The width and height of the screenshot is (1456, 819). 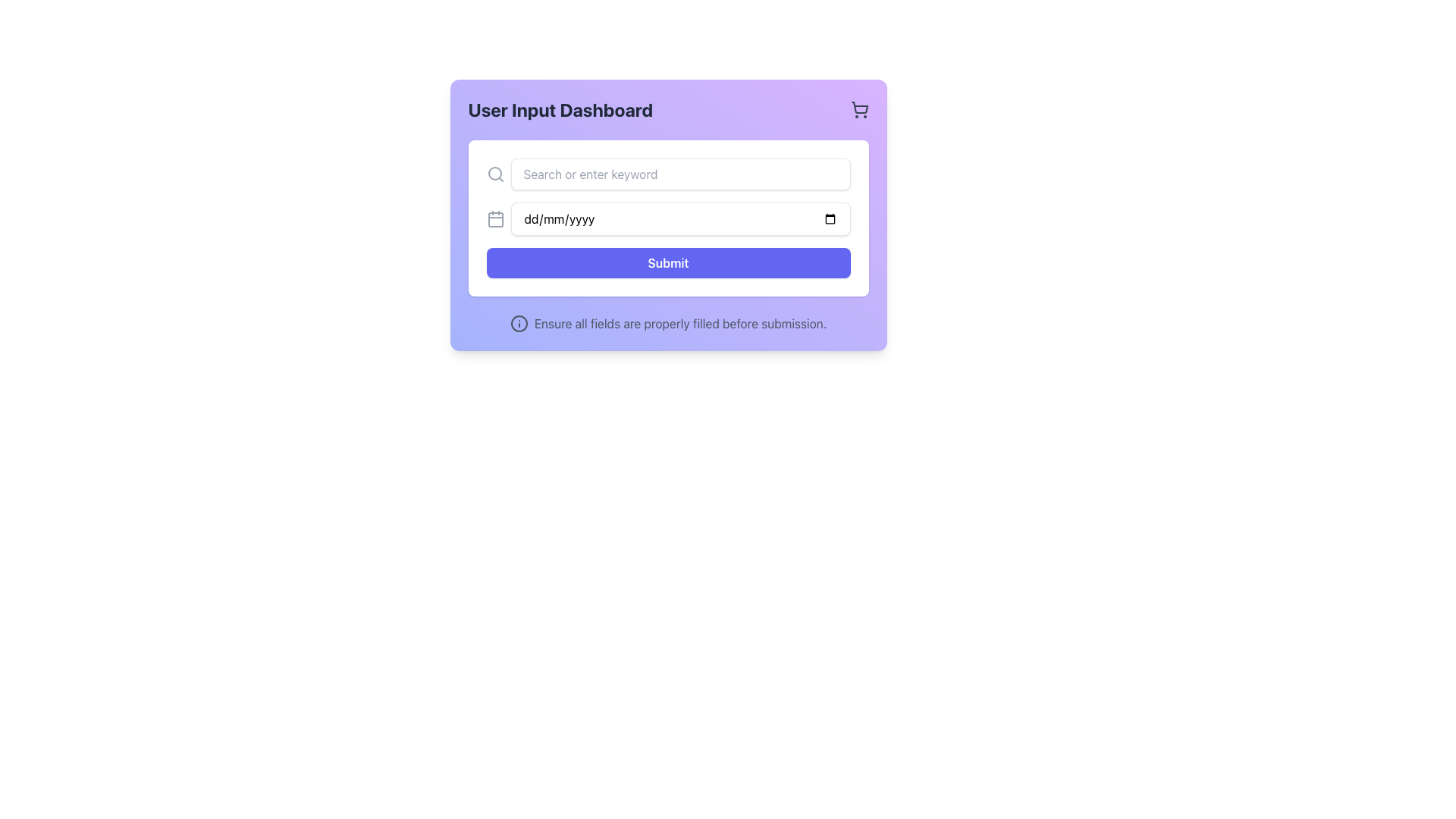 What do you see at coordinates (519, 323) in the screenshot?
I see `the small circular Informational Icon located to the left of the text 'Ensure all fields are properly filled before submission.'` at bounding box center [519, 323].